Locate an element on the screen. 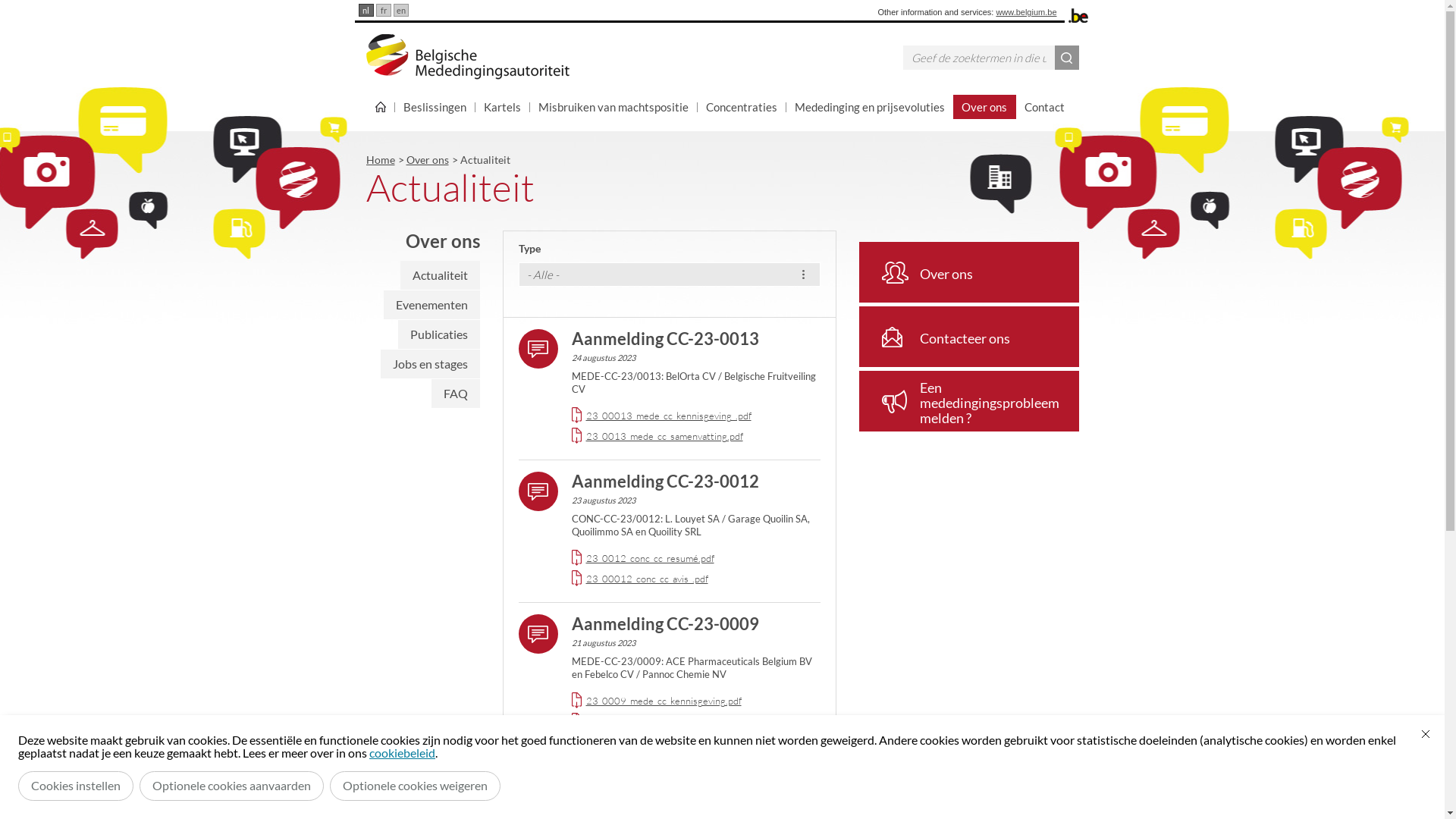 This screenshot has width=1456, height=819. 'Aanmelding CC-23-0009' is located at coordinates (665, 623).